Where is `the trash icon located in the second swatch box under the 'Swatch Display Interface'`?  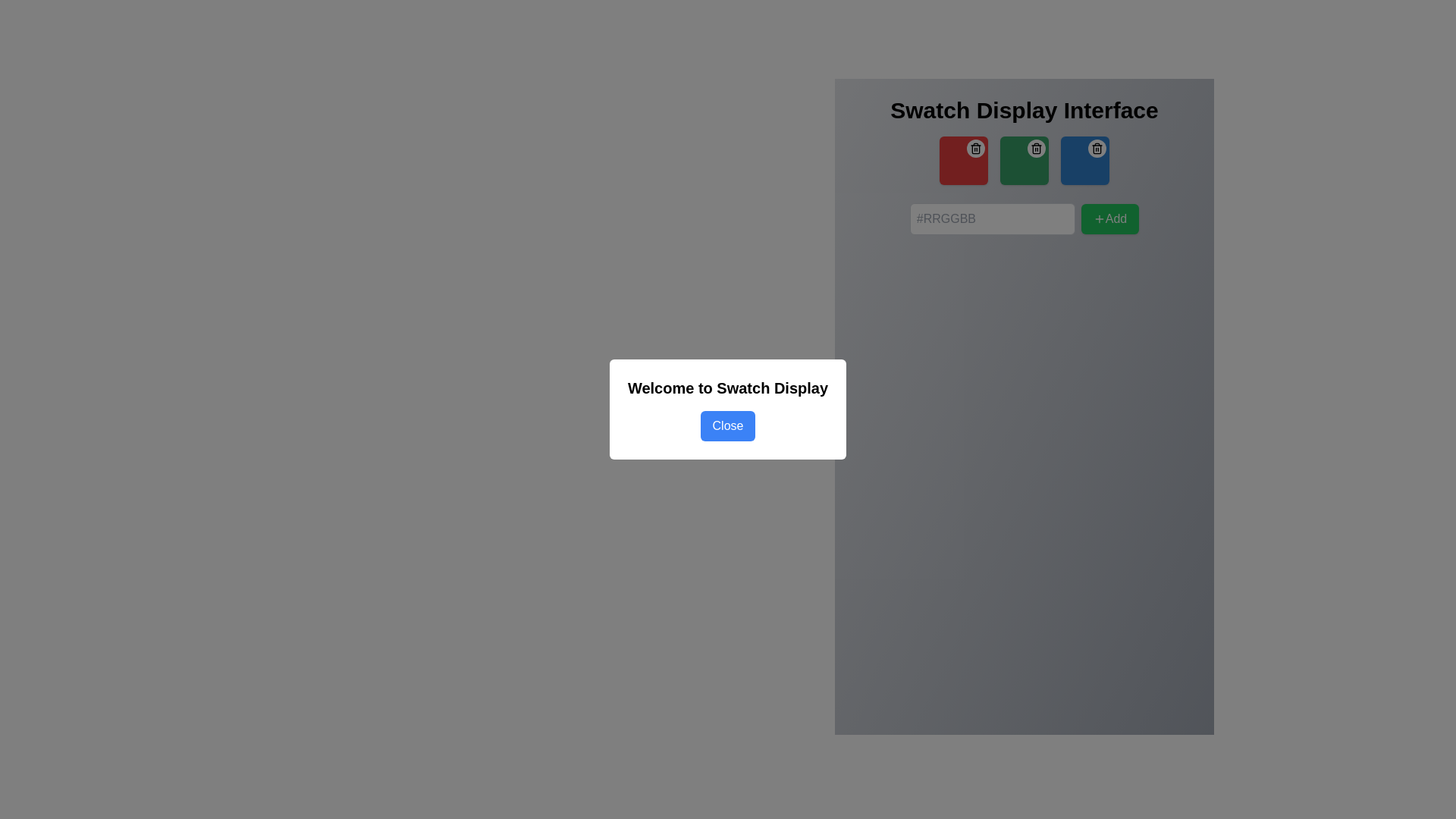
the trash icon located in the second swatch box under the 'Swatch Display Interface' is located at coordinates (1024, 161).